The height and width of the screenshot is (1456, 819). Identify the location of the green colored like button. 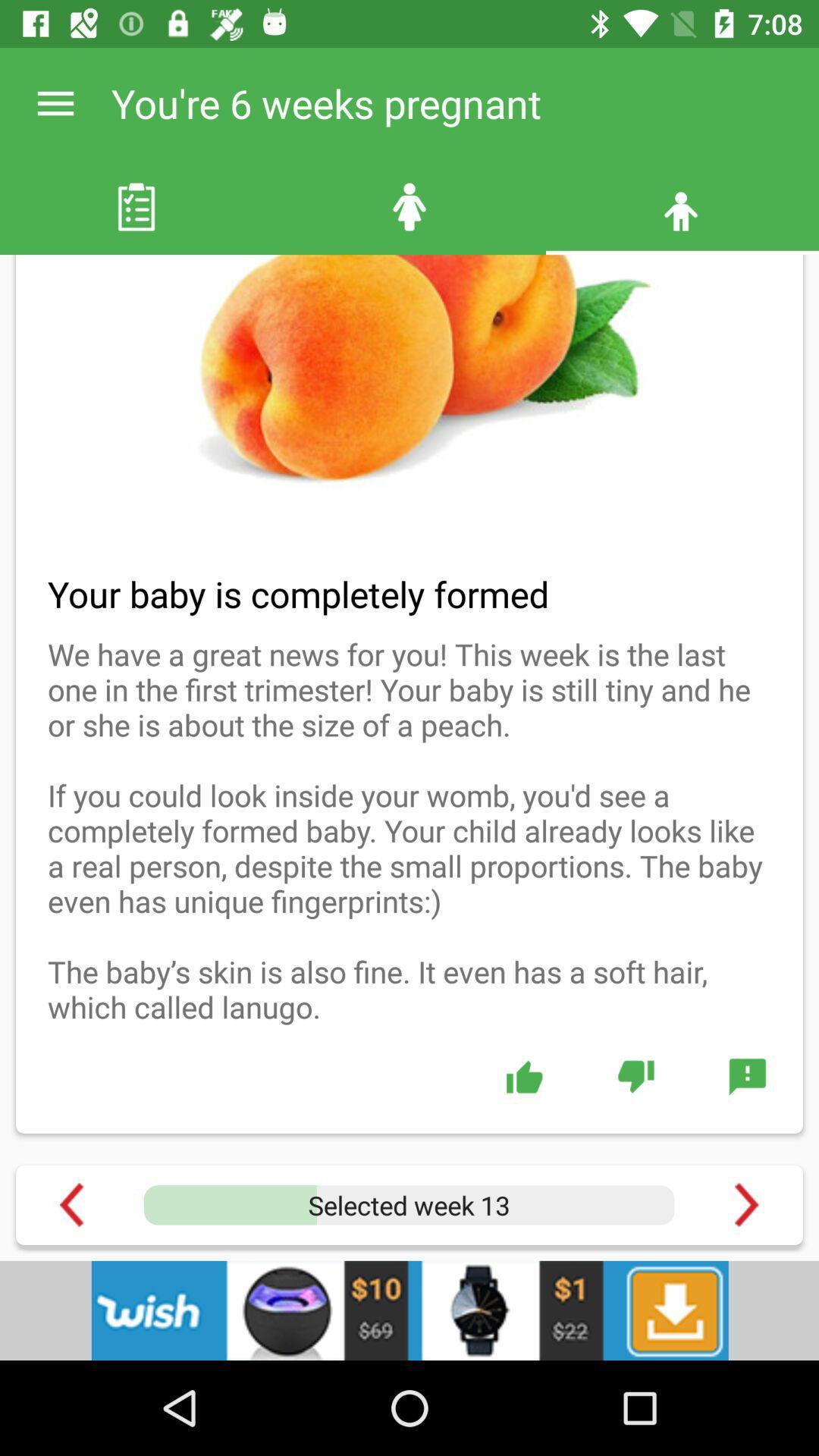
(523, 1076).